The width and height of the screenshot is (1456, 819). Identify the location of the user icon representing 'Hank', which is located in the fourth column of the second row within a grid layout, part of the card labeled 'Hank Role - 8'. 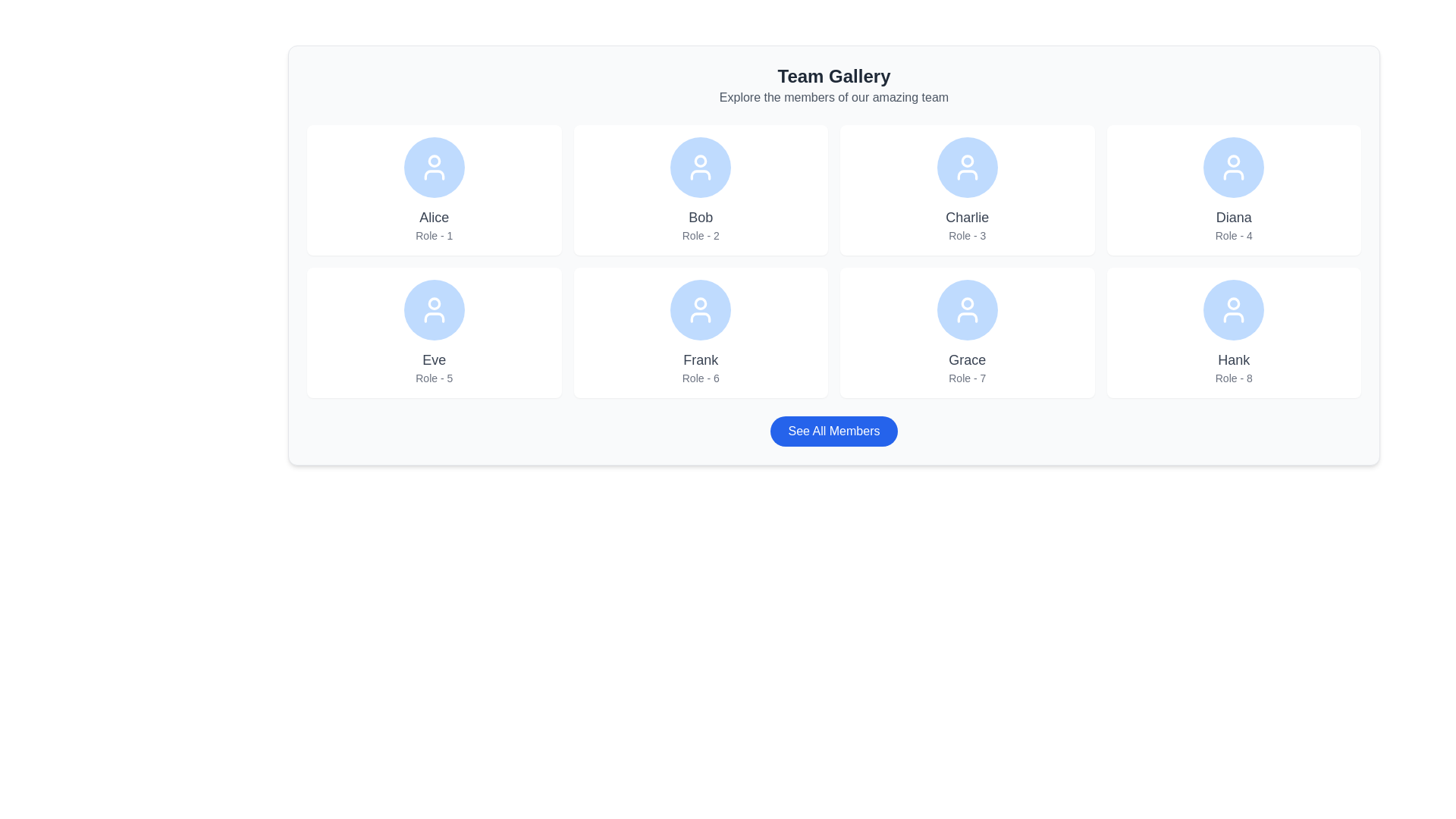
(1234, 309).